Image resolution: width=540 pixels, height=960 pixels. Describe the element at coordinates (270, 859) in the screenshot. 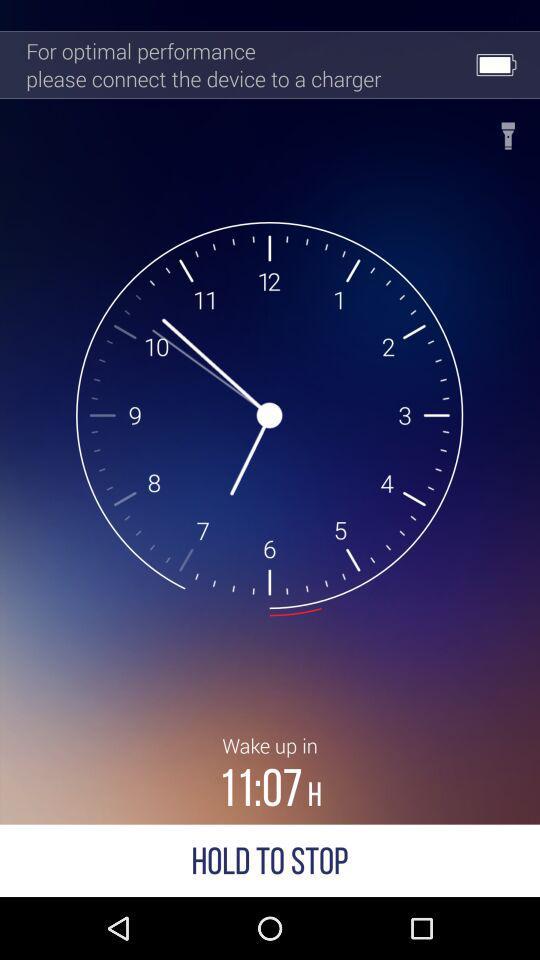

I see `the hold to stop icon` at that location.